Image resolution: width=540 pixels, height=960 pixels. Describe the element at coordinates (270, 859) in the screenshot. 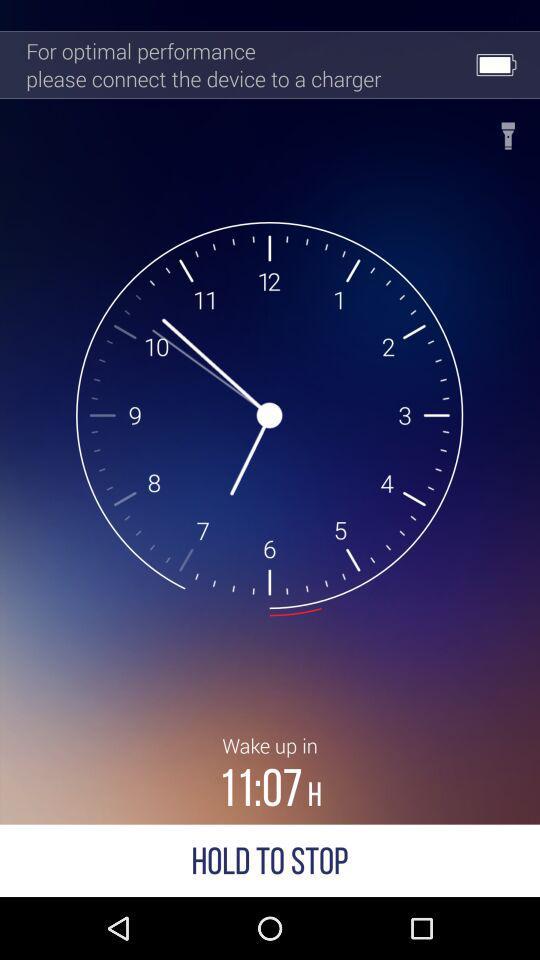

I see `the hold to stop icon` at that location.